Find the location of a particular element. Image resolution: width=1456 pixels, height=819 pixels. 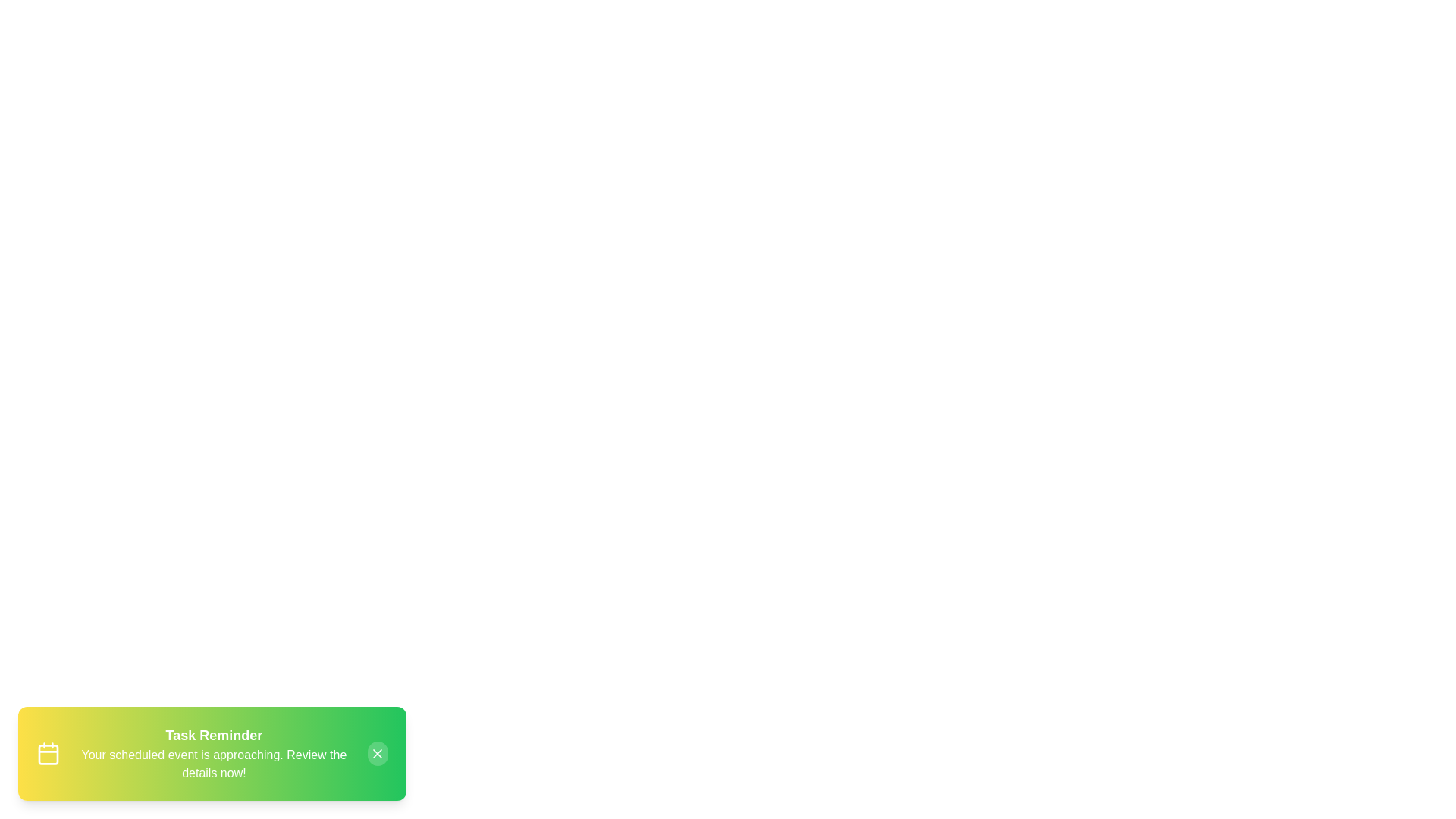

the close button of the snackbar to dismiss it is located at coordinates (378, 754).